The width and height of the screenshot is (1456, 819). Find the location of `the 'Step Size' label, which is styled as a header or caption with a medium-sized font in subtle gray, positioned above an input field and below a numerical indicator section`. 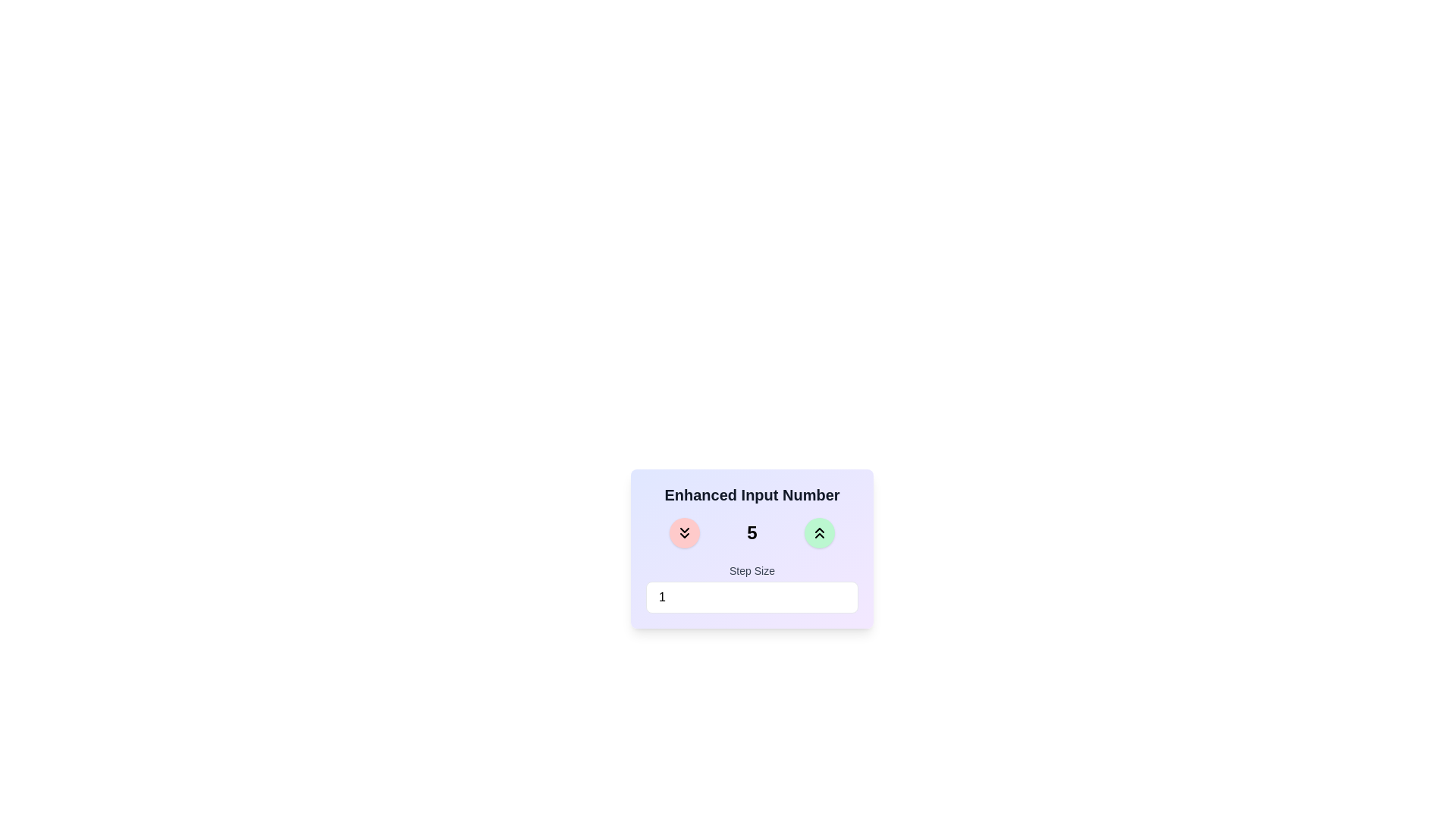

the 'Step Size' label, which is styled as a header or caption with a medium-sized font in subtle gray, positioned above an input field and below a numerical indicator section is located at coordinates (752, 570).